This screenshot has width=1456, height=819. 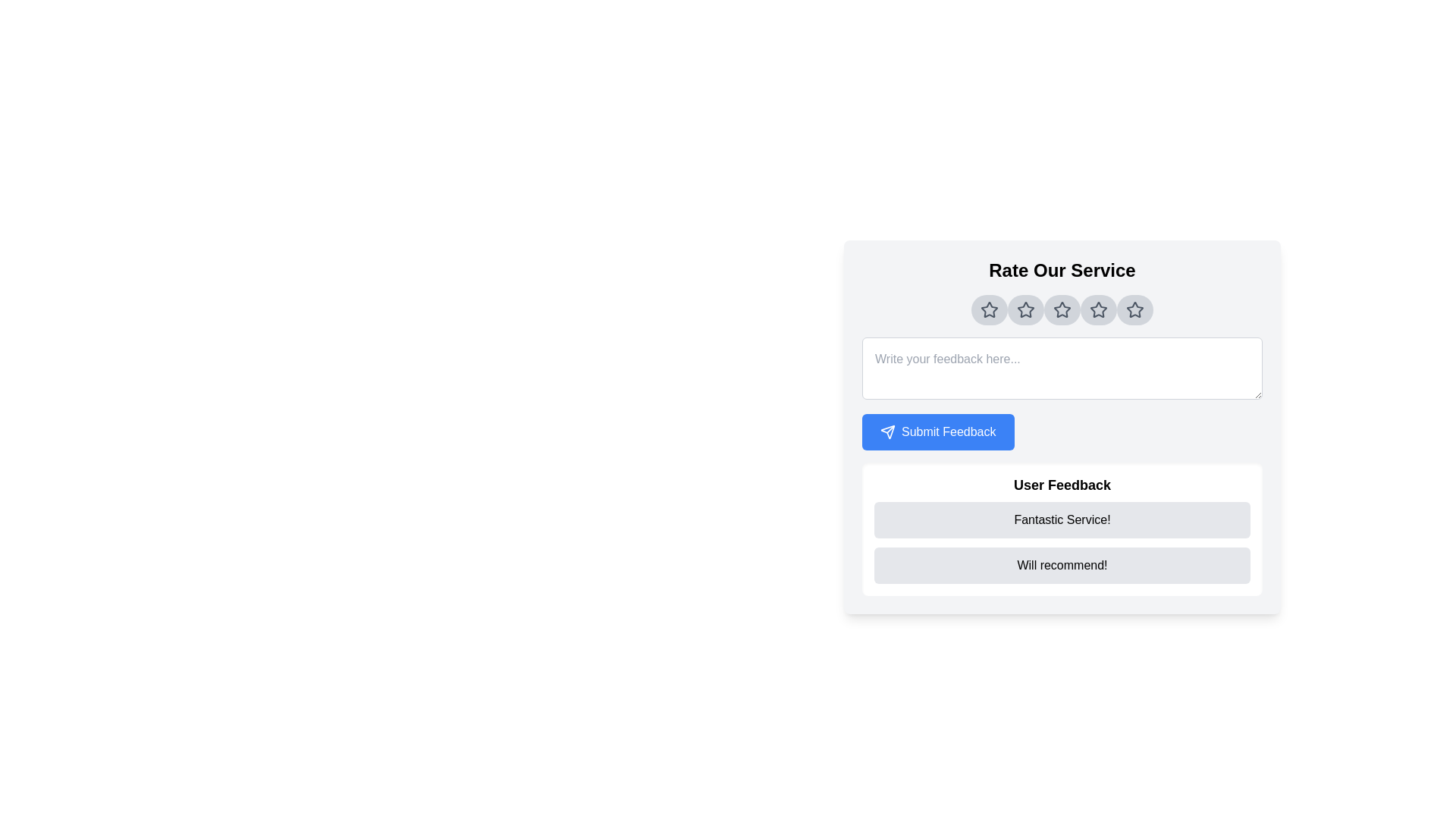 I want to click on the second star button in the rating interface, so click(x=1026, y=309).